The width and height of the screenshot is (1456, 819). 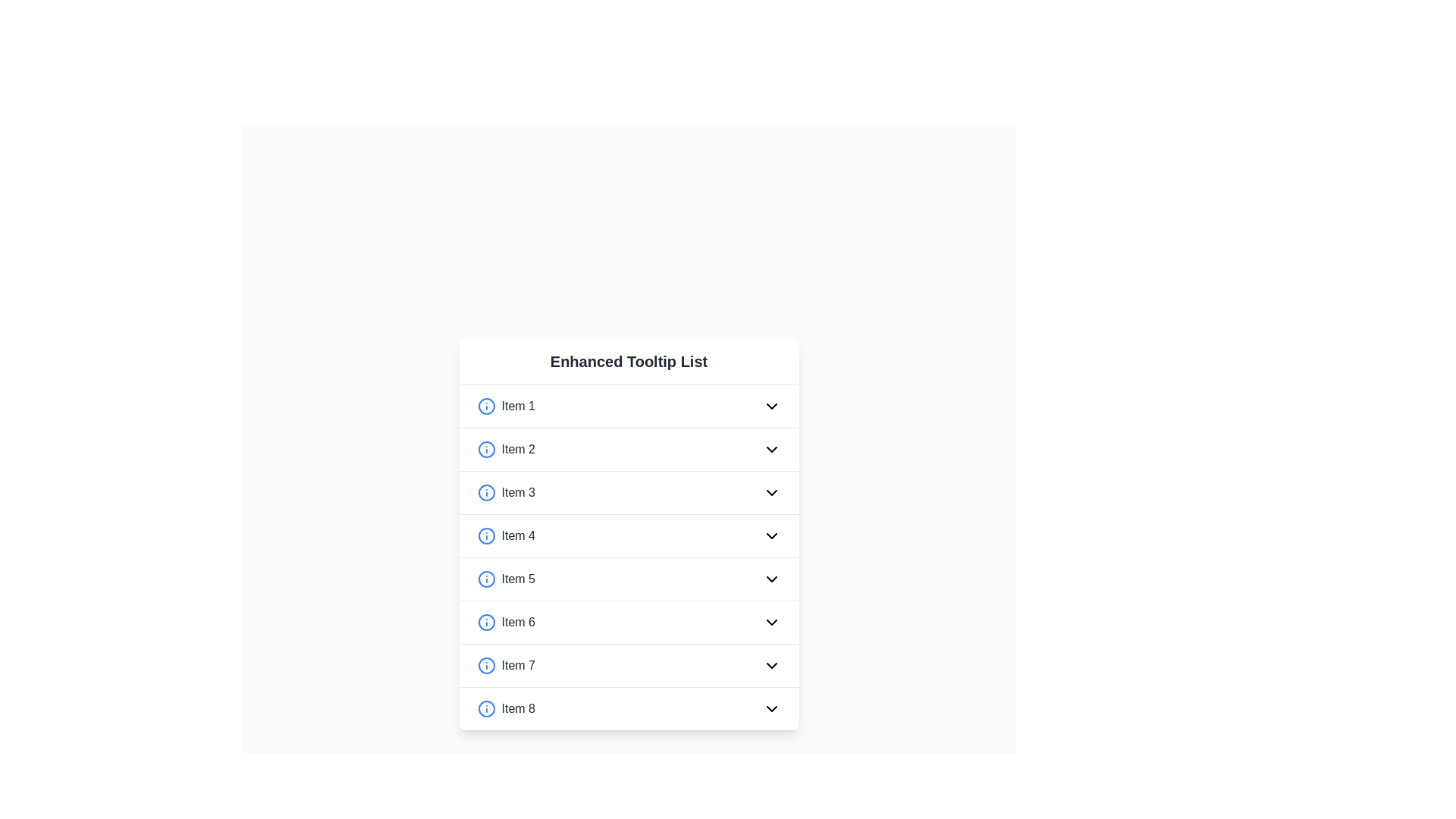 What do you see at coordinates (629, 622) in the screenshot?
I see `the sixth item in the 'Enhanced Tooltip List'` at bounding box center [629, 622].